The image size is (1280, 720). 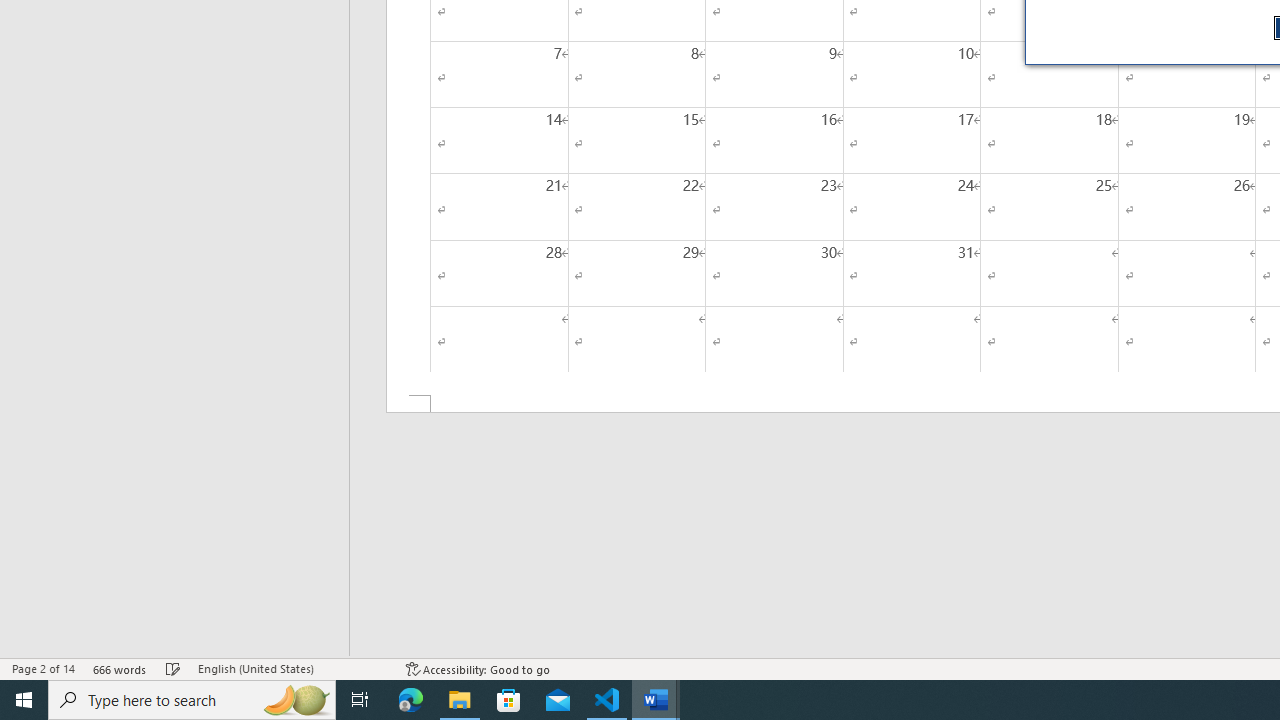 I want to click on 'Word Count 666 words', so click(x=119, y=669).